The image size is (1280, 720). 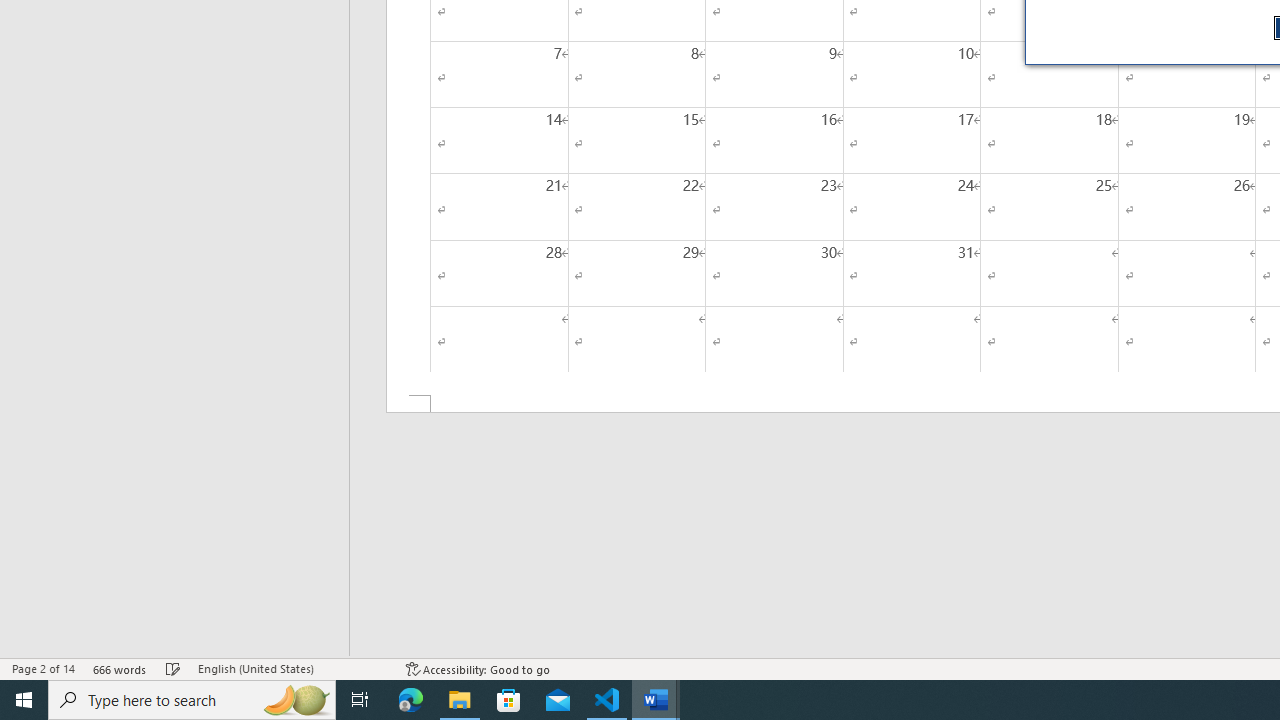 I want to click on 'Word Count 666 words', so click(x=119, y=669).